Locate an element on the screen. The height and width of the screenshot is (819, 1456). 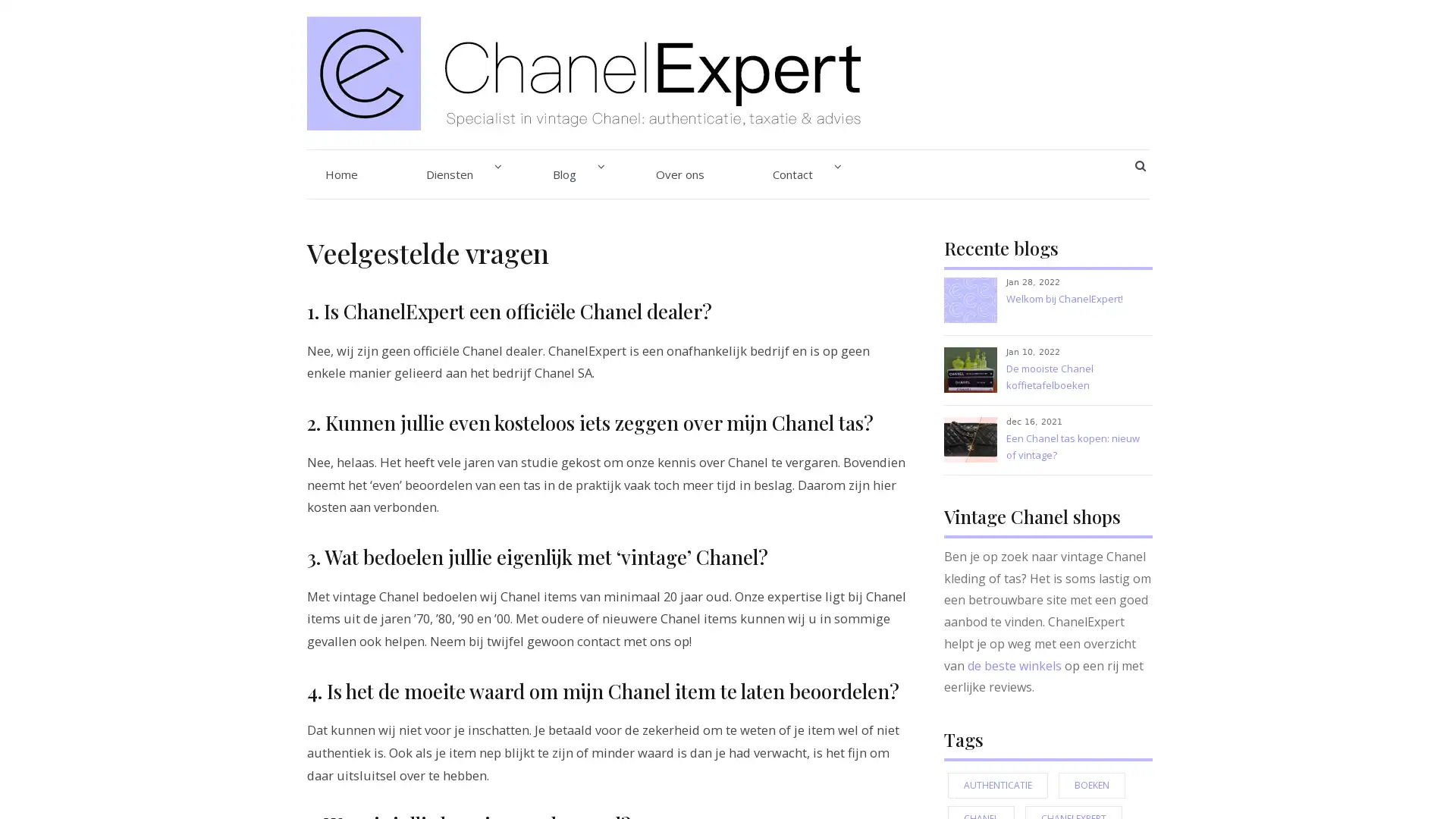
SEARCH BUTTON is located at coordinates (1141, 165).